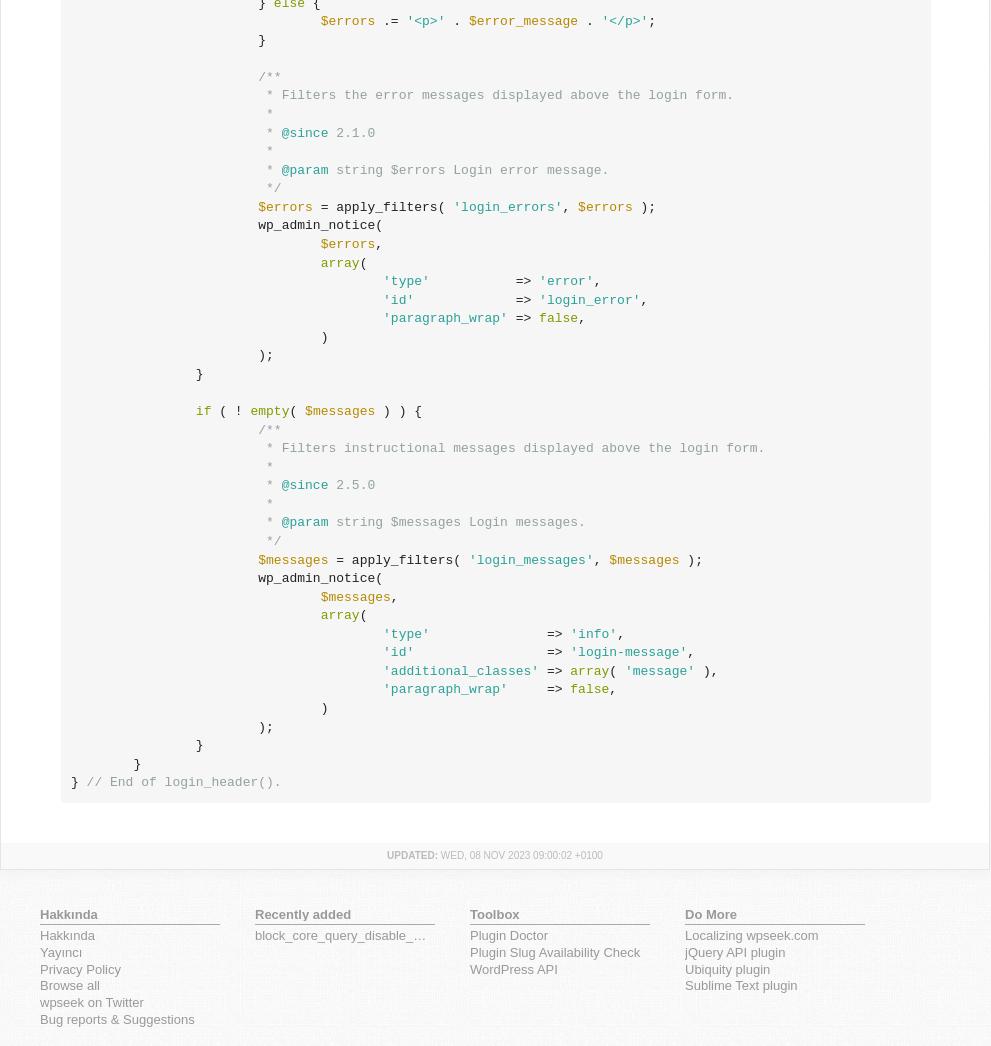 This screenshot has height=1046, width=991. I want to click on ',
				)
			);
		}
	}
}', so click(343, 734).